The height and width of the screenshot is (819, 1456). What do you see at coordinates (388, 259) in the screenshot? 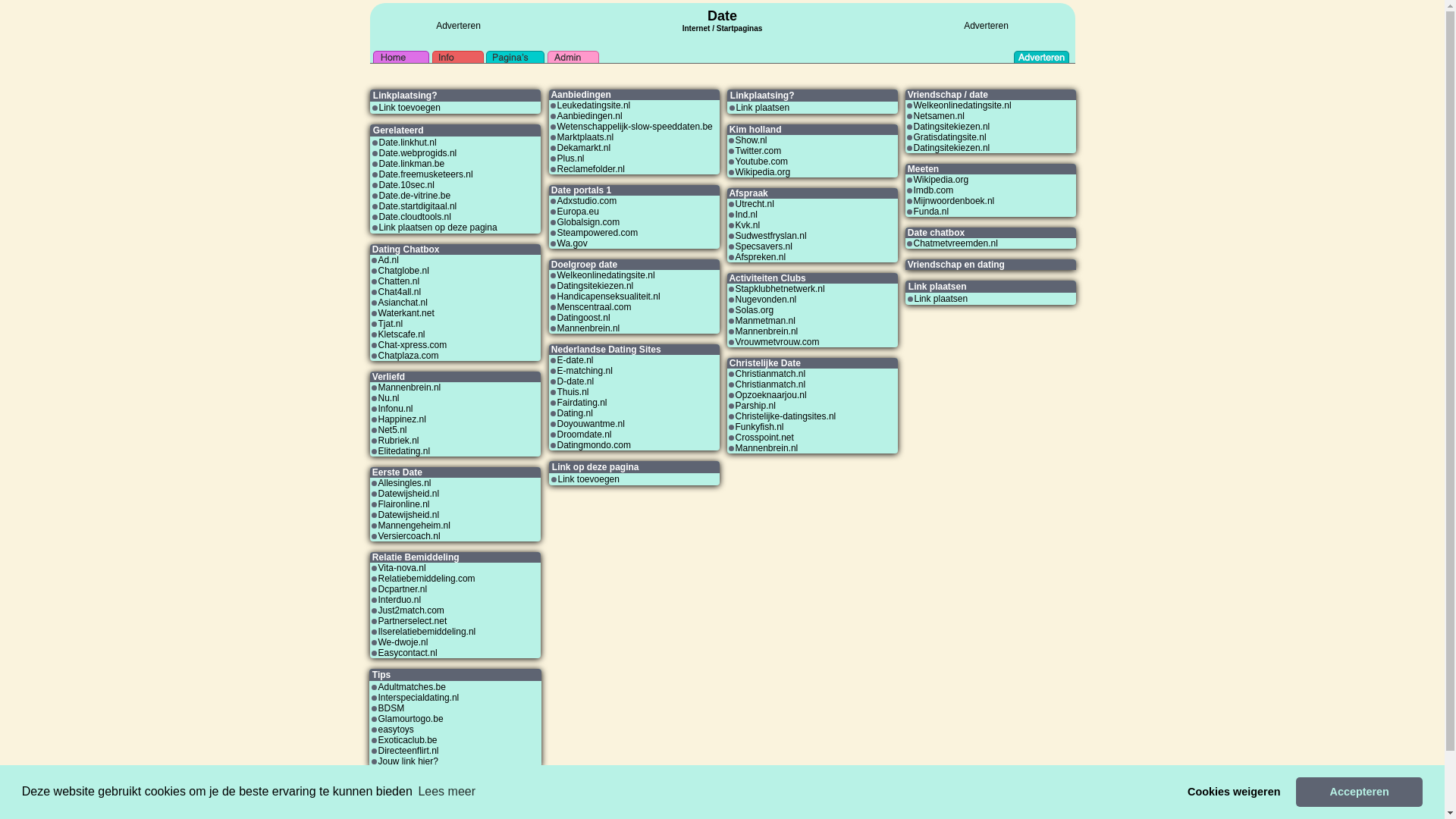
I see `'Ad.nl'` at bounding box center [388, 259].